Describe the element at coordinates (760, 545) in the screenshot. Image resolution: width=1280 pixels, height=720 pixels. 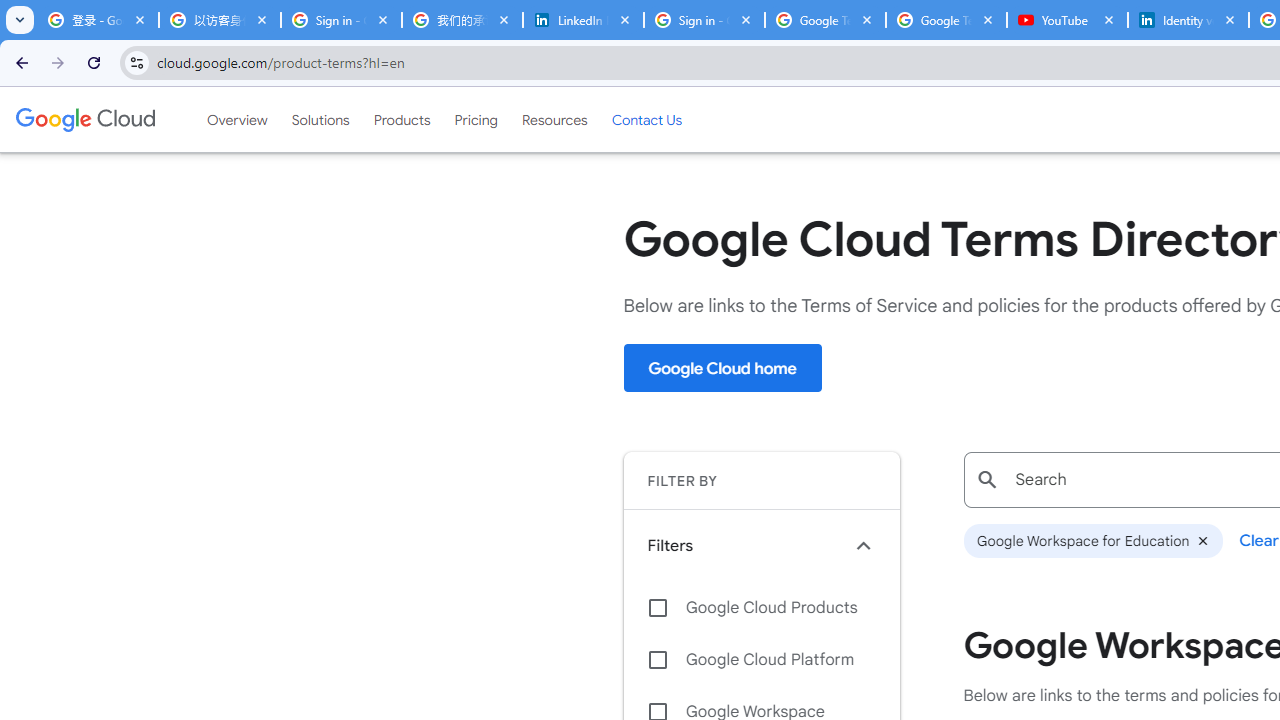
I see `'Filters keyboard_arrow_up'` at that location.